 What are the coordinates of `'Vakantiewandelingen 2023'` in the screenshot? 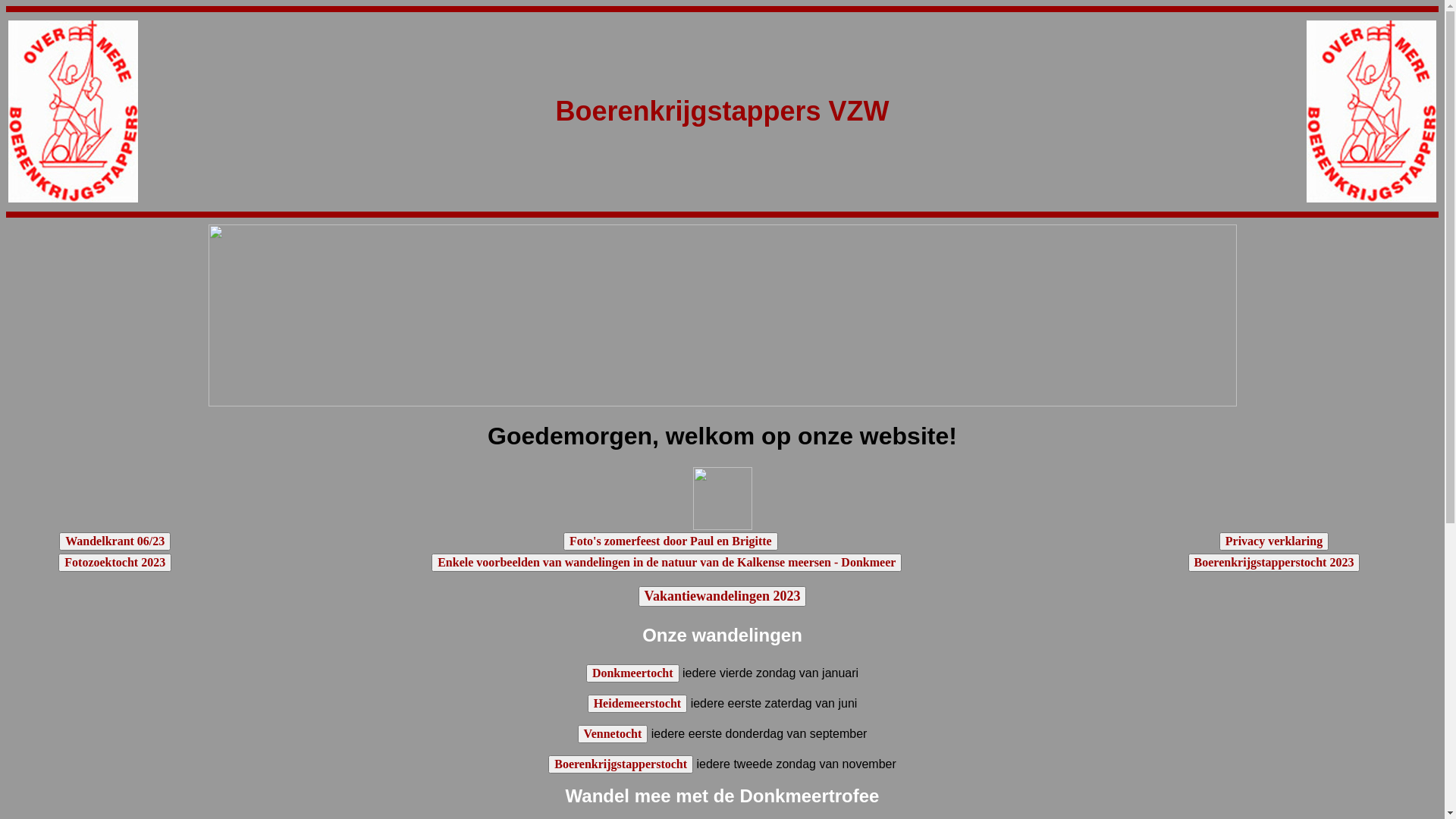 It's located at (722, 595).